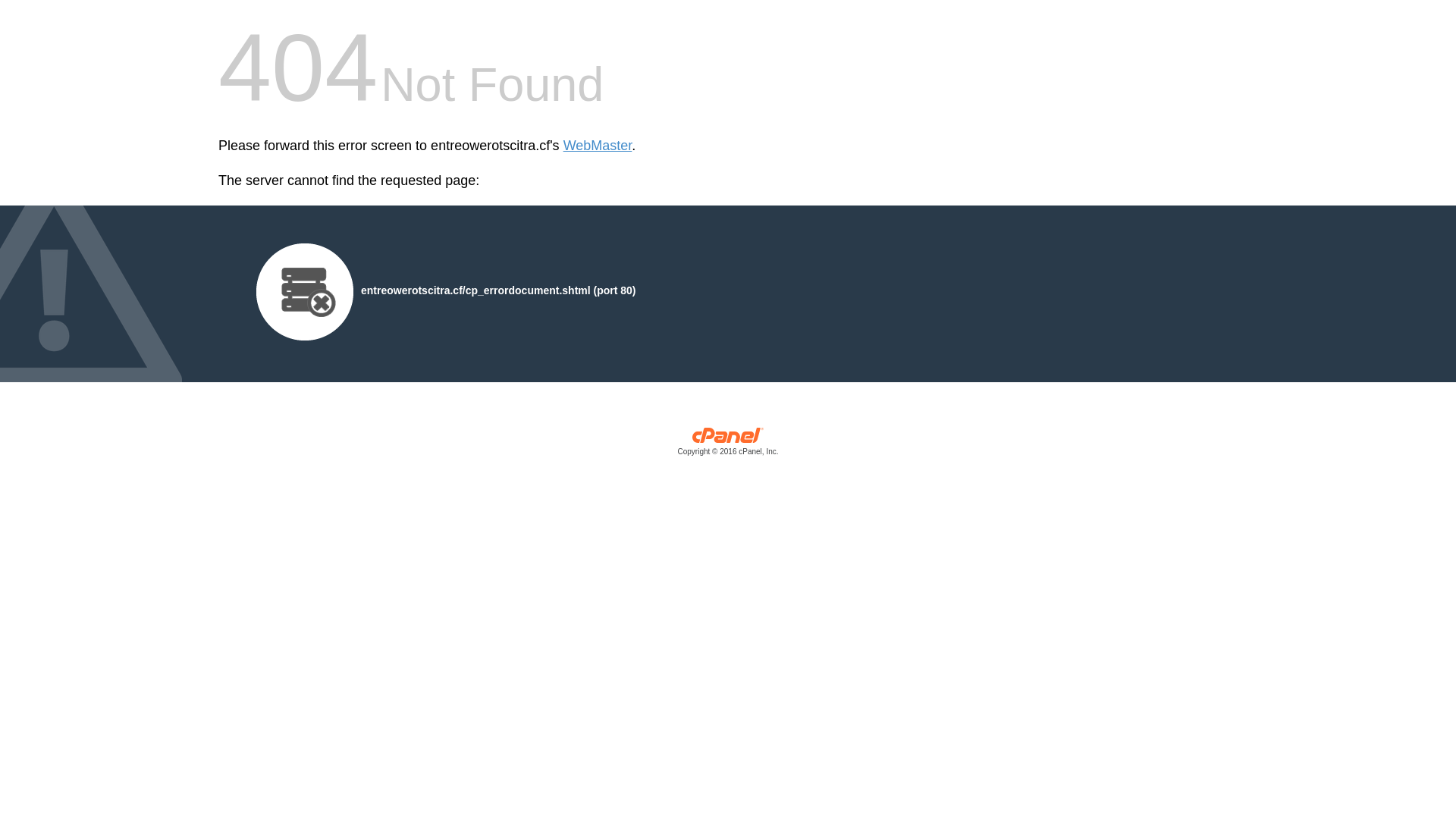  Describe the element at coordinates (563, 146) in the screenshot. I see `'WebMaster'` at that location.